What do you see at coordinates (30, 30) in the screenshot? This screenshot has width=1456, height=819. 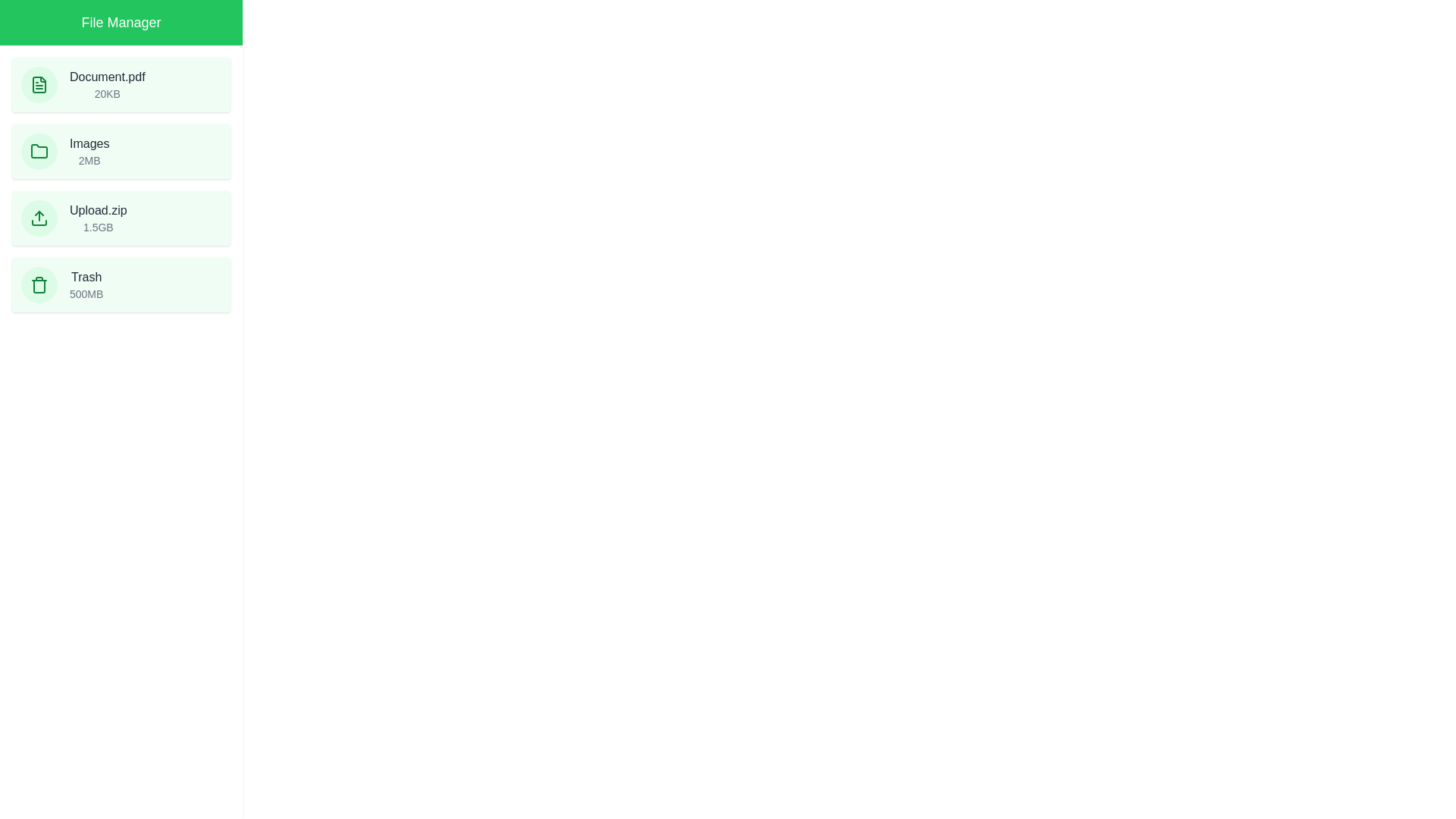 I see `the button in the top-left corner to toggle the drawer visibility` at bounding box center [30, 30].